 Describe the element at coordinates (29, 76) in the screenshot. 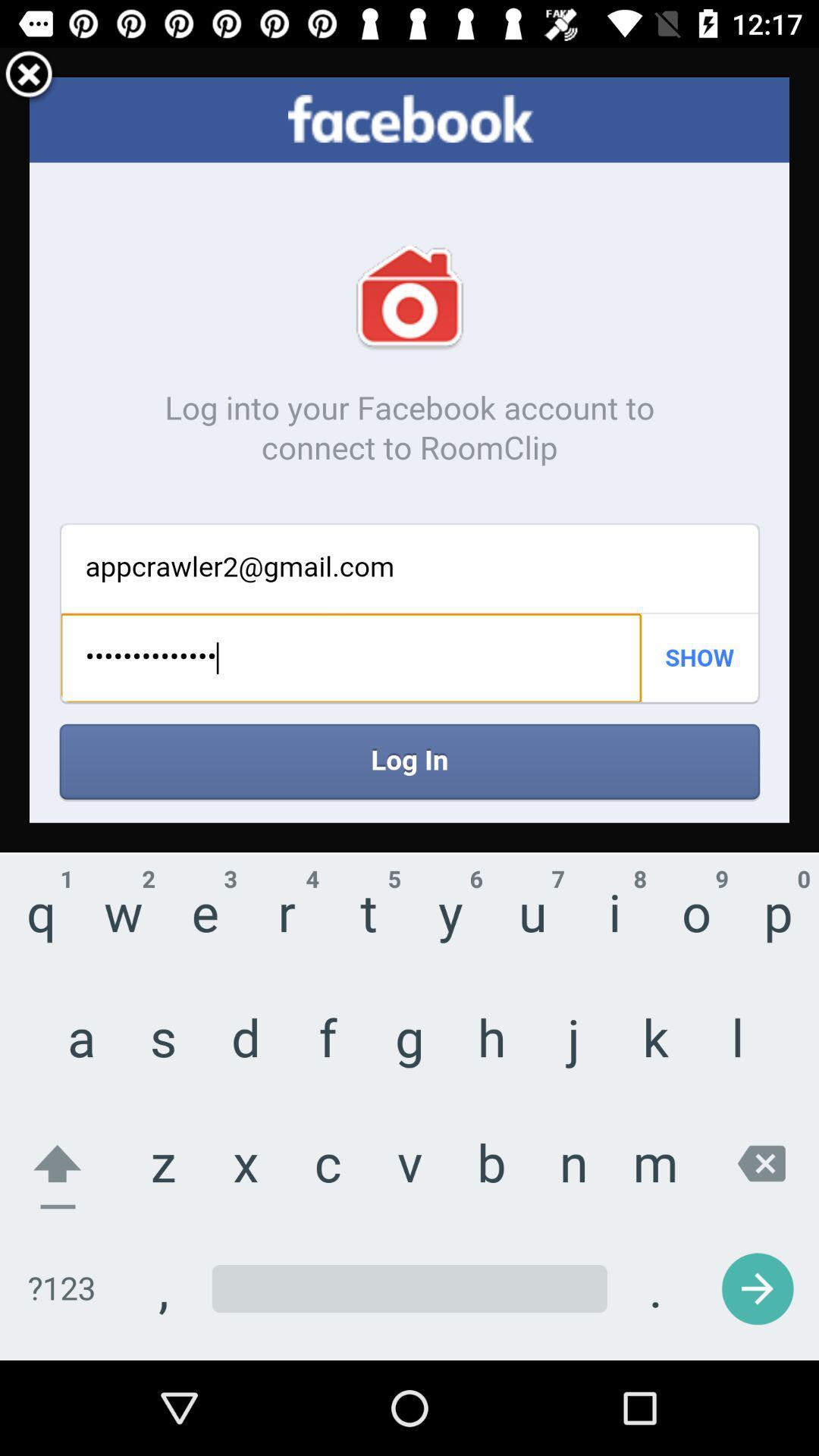

I see `post` at that location.